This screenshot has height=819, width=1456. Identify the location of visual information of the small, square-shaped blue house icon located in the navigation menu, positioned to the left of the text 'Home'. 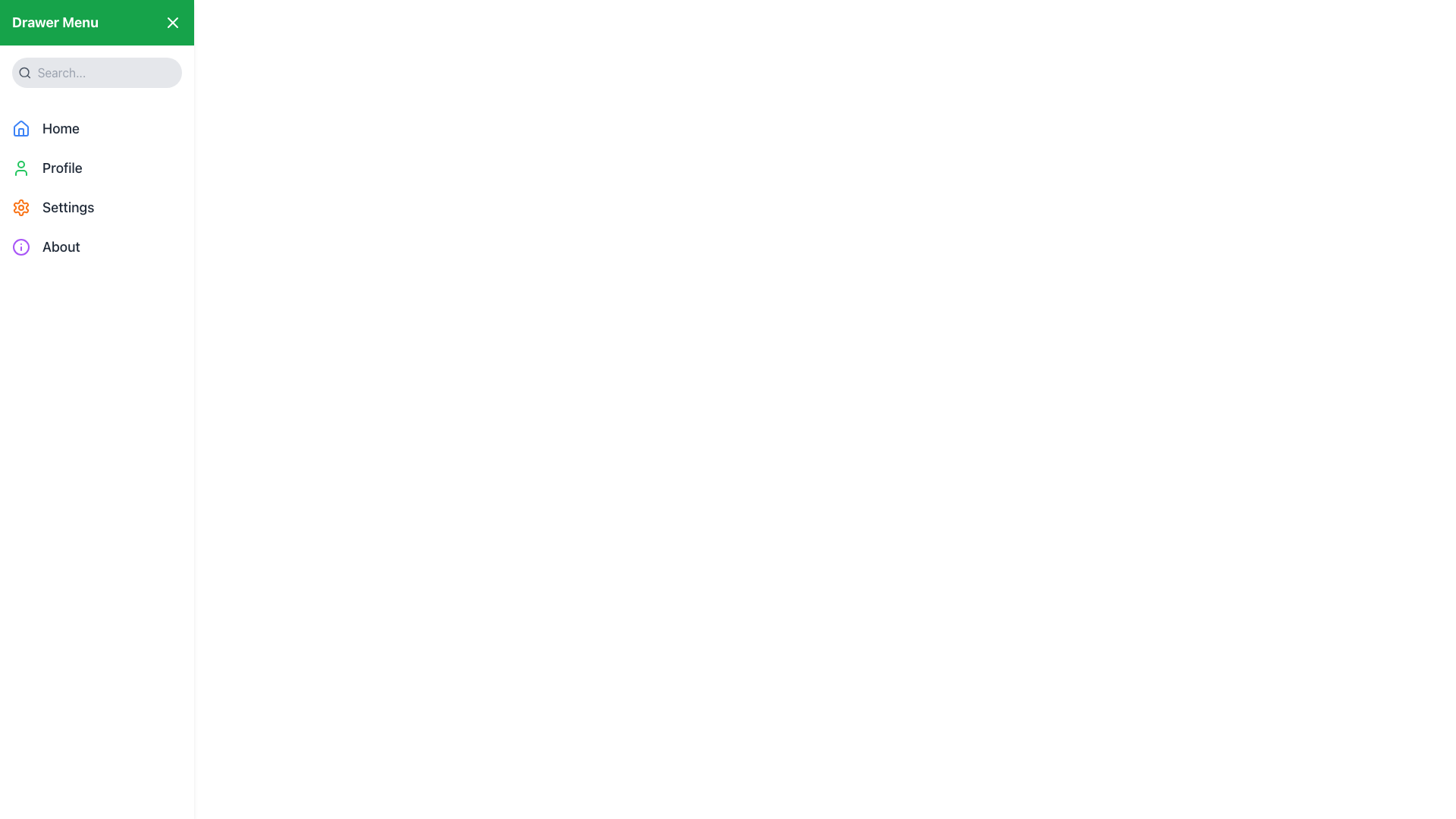
(21, 127).